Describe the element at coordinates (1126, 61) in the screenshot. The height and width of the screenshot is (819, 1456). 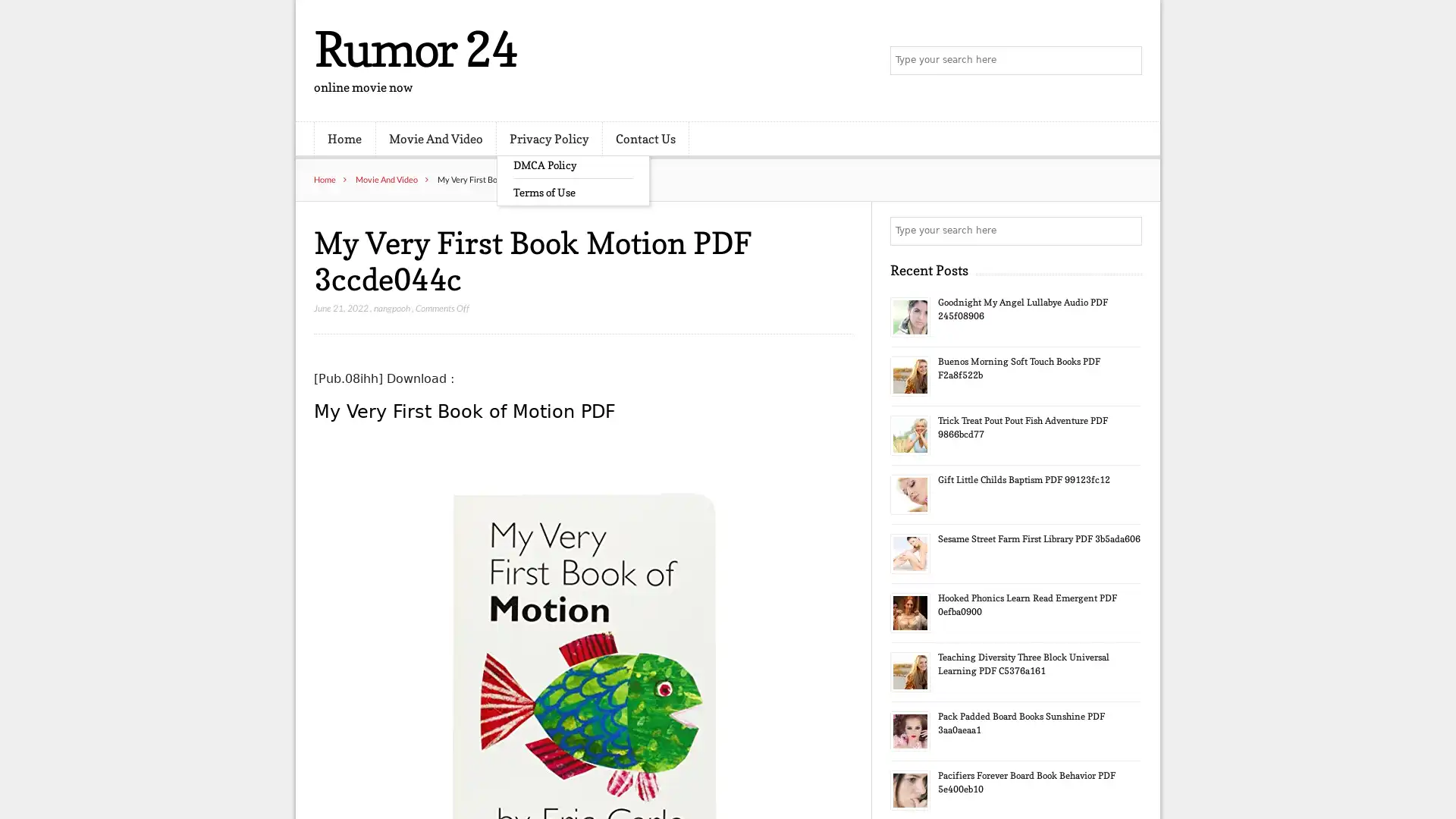
I see `Search` at that location.